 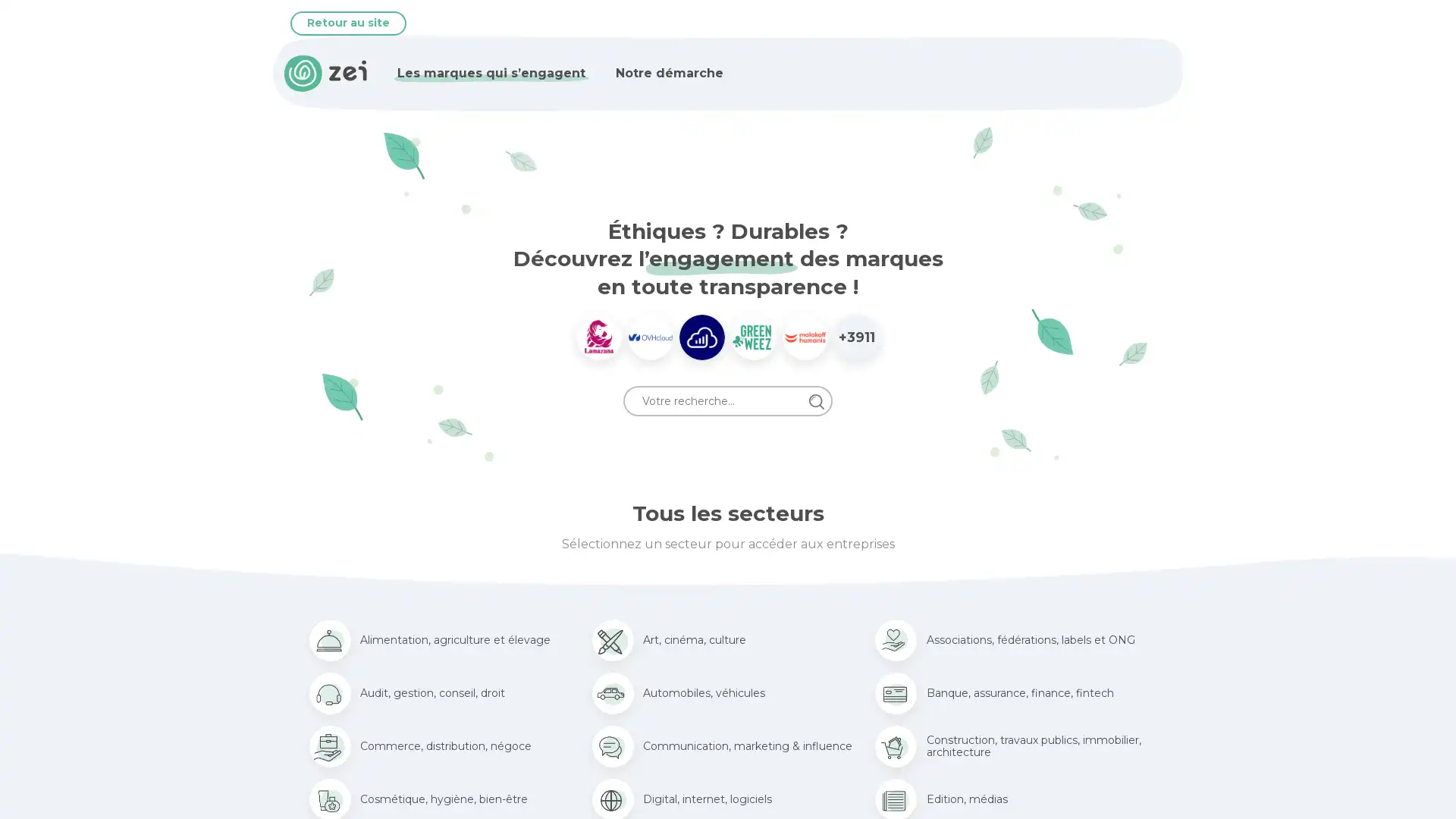 I want to click on Tout refuser, so click(x=275, y=717).